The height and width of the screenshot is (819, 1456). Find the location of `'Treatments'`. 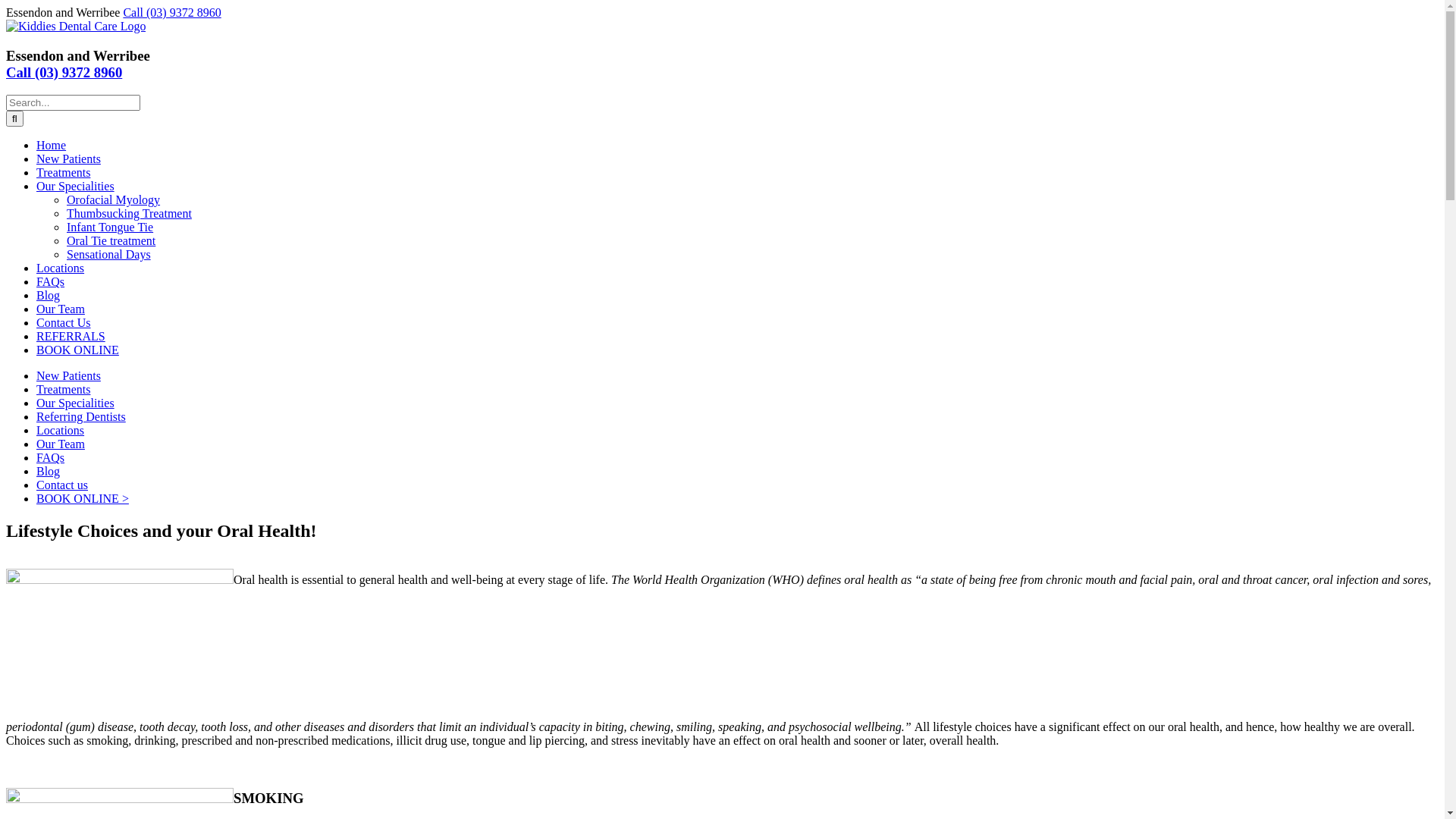

'Treatments' is located at coordinates (62, 388).